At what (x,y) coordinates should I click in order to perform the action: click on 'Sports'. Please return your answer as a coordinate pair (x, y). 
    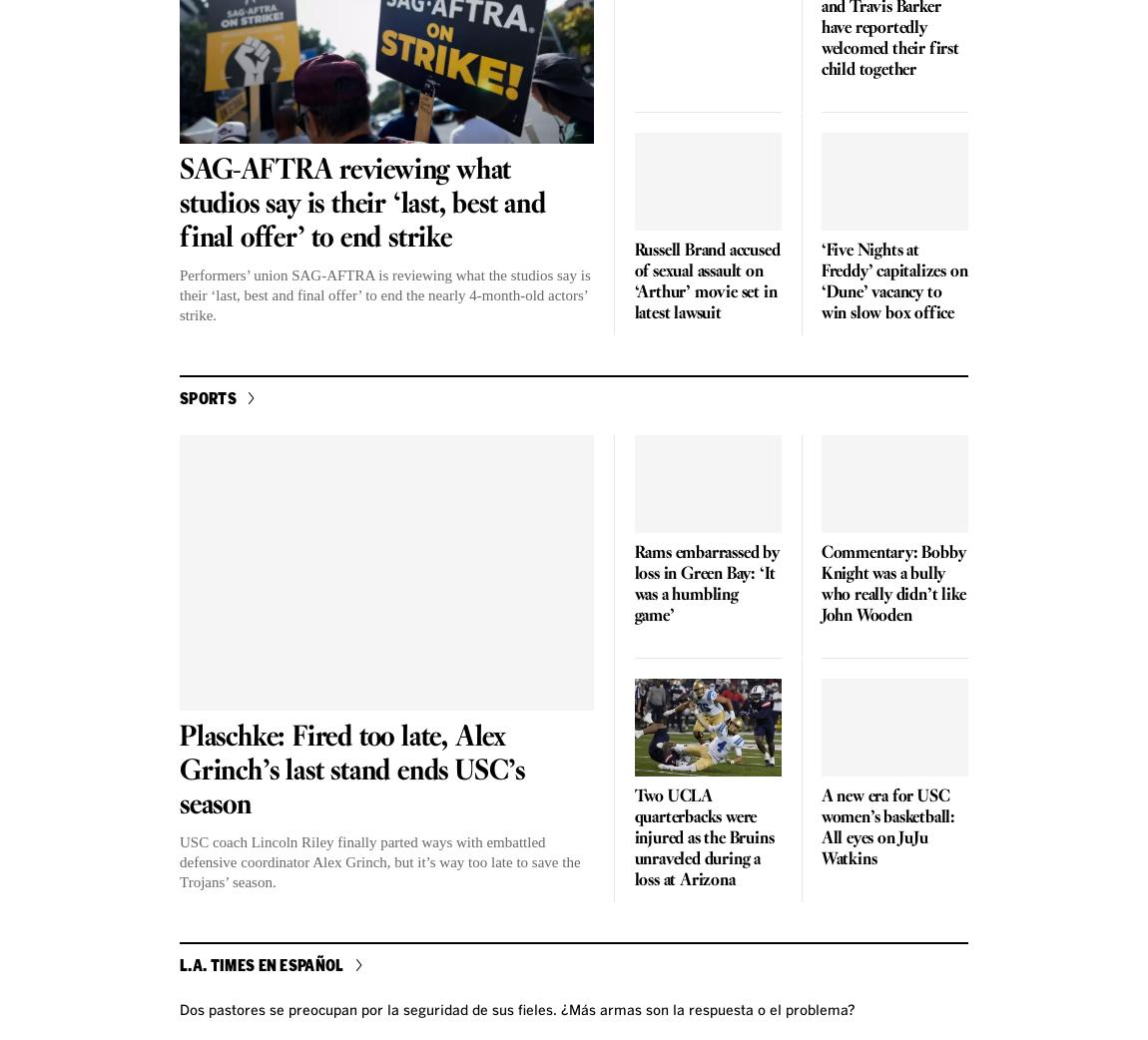
    Looking at the image, I should click on (207, 396).